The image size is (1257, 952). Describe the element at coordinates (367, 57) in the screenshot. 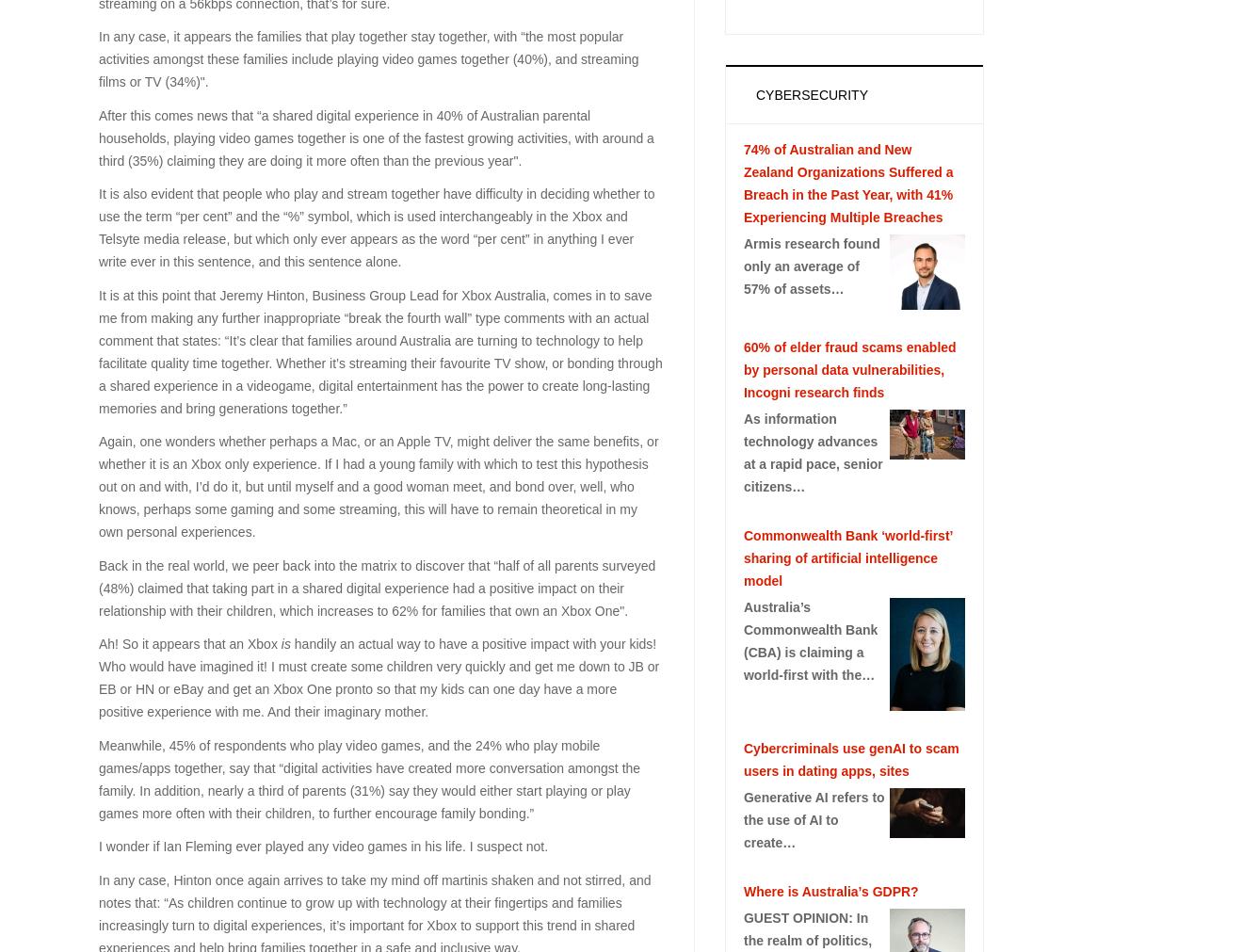

I see `'In any case, it appears the families that play together stay together, with “the most popular activities amongst these families include playing video games together (40%), and streaming films or TV (34%)".'` at that location.